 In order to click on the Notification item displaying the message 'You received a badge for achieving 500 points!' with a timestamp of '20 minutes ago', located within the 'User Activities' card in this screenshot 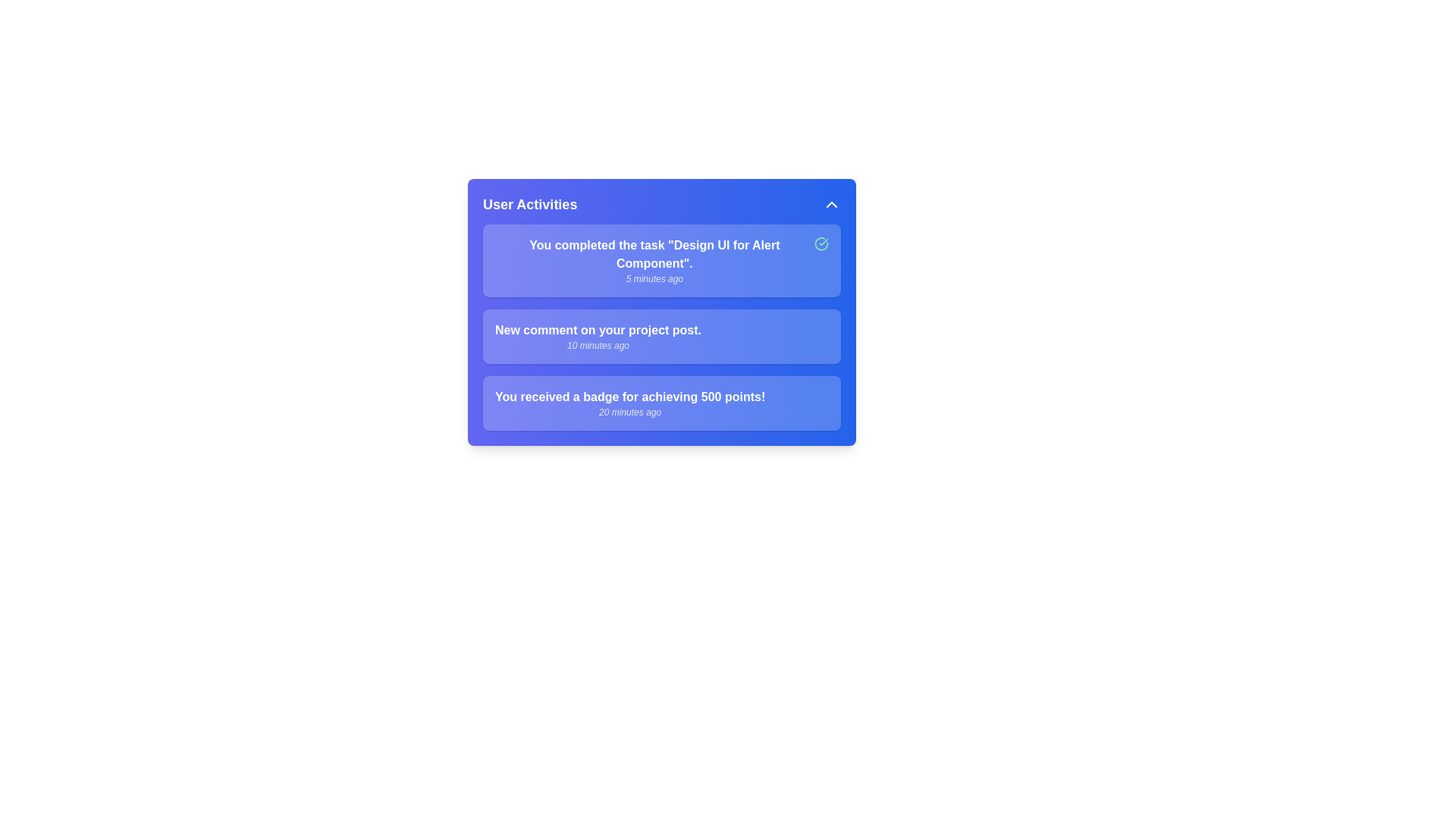, I will do `click(630, 403)`.